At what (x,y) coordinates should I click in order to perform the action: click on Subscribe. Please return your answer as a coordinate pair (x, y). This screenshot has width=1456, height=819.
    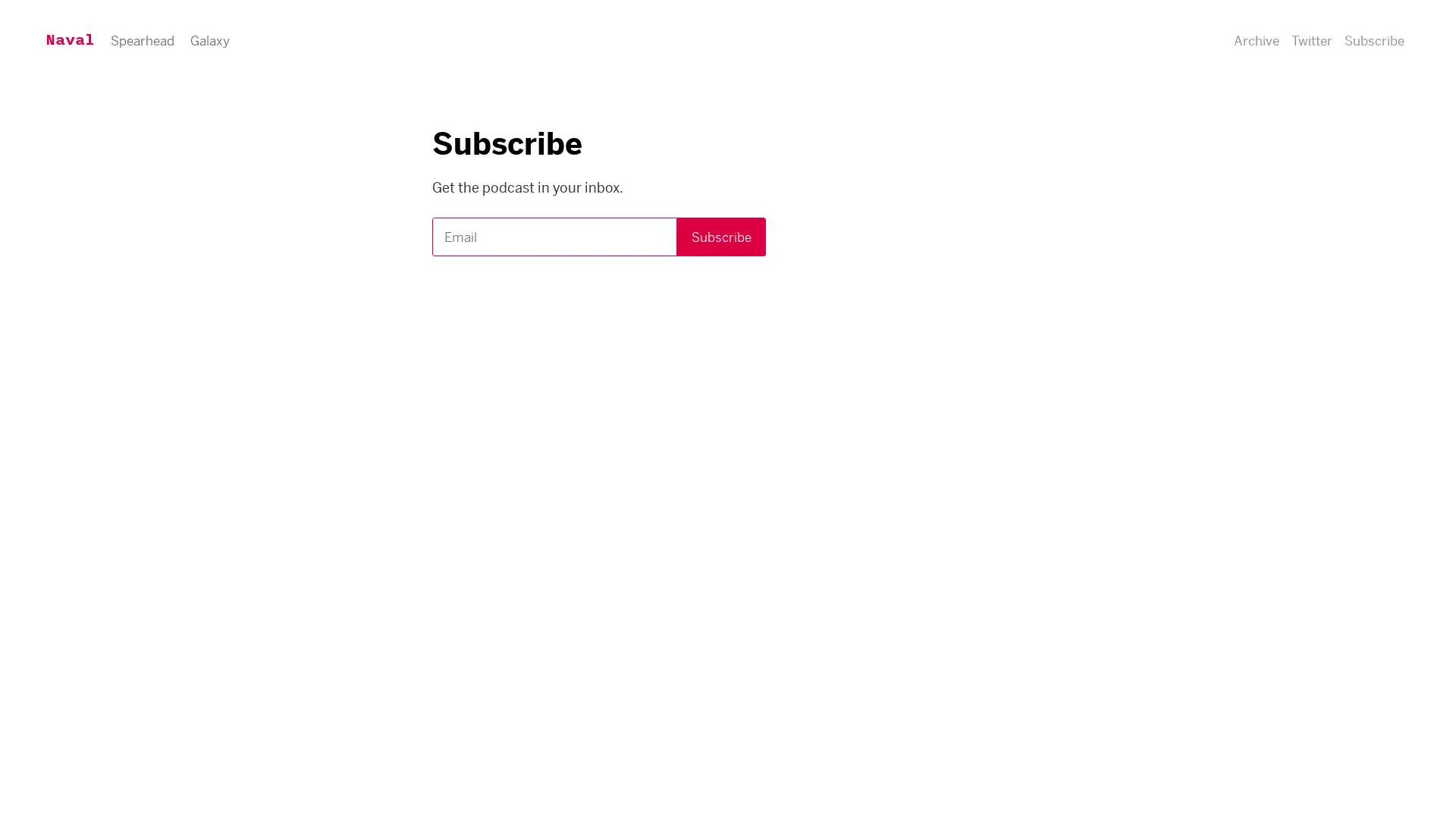
    Looking at the image, I should click on (1309, 51).